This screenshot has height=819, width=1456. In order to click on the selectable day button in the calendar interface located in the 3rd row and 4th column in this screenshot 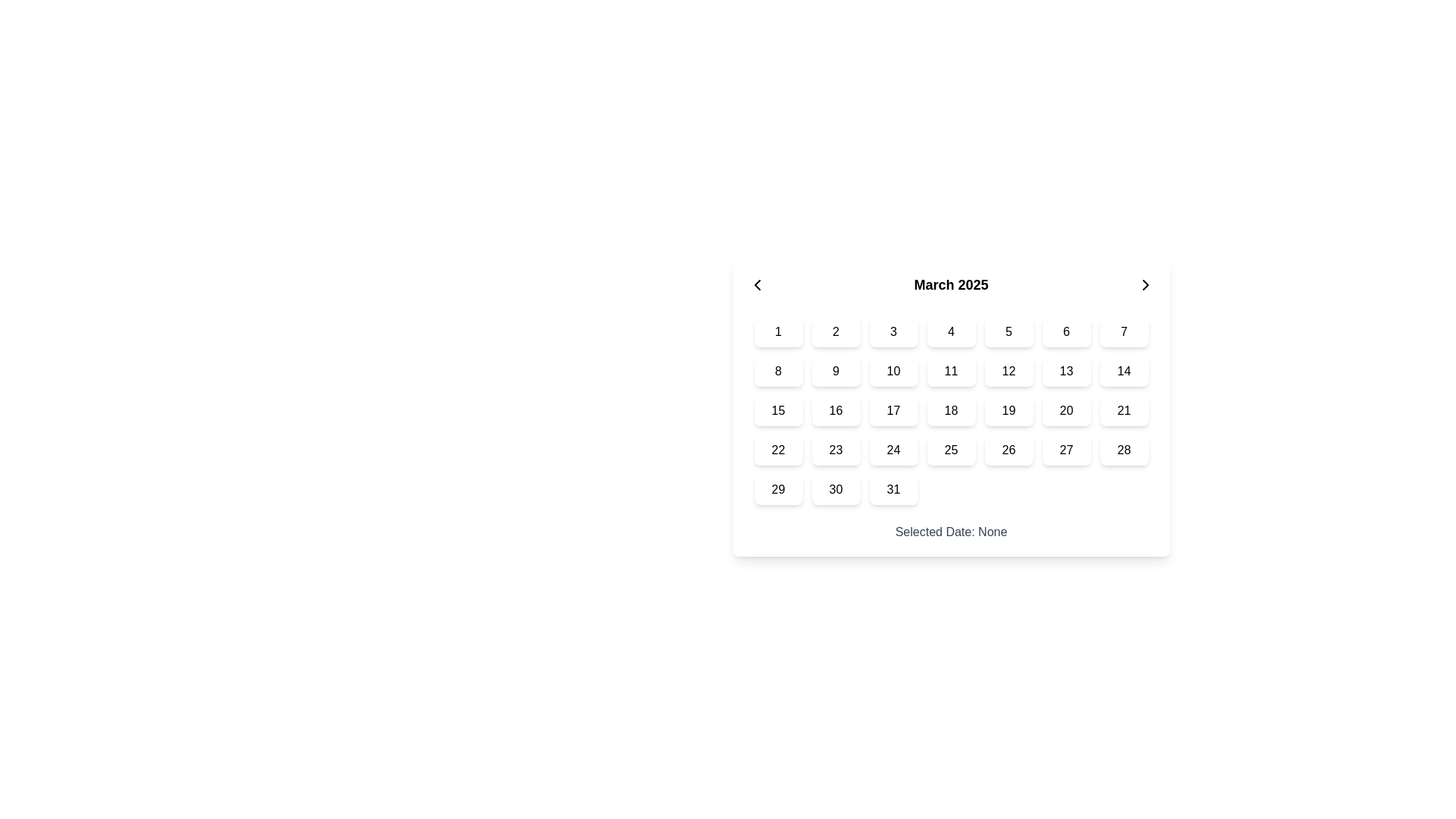, I will do `click(950, 411)`.